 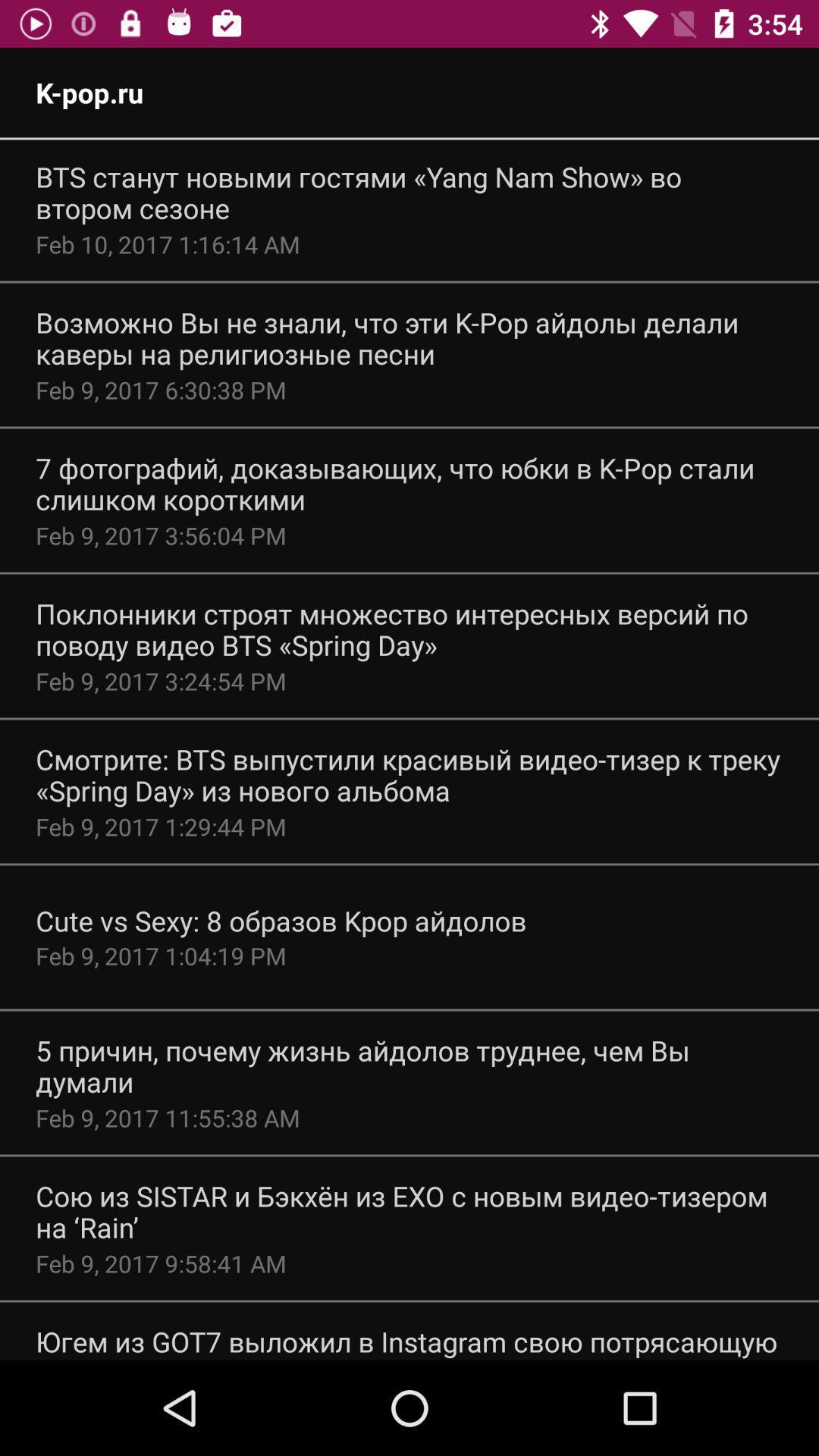 I want to click on cute vs sexy, so click(x=281, y=920).